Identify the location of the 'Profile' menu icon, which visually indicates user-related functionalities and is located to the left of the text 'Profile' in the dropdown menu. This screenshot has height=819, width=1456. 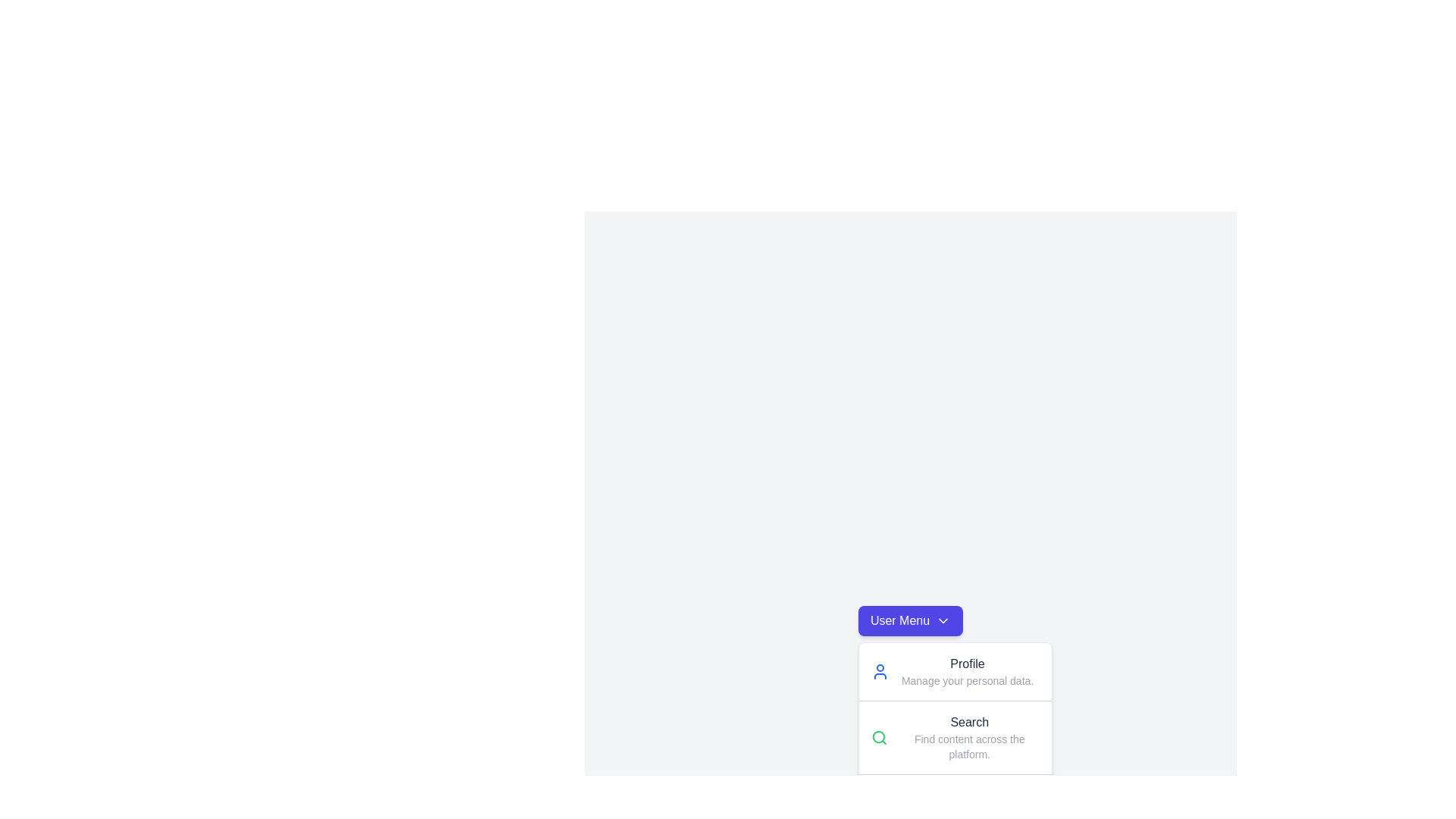
(880, 671).